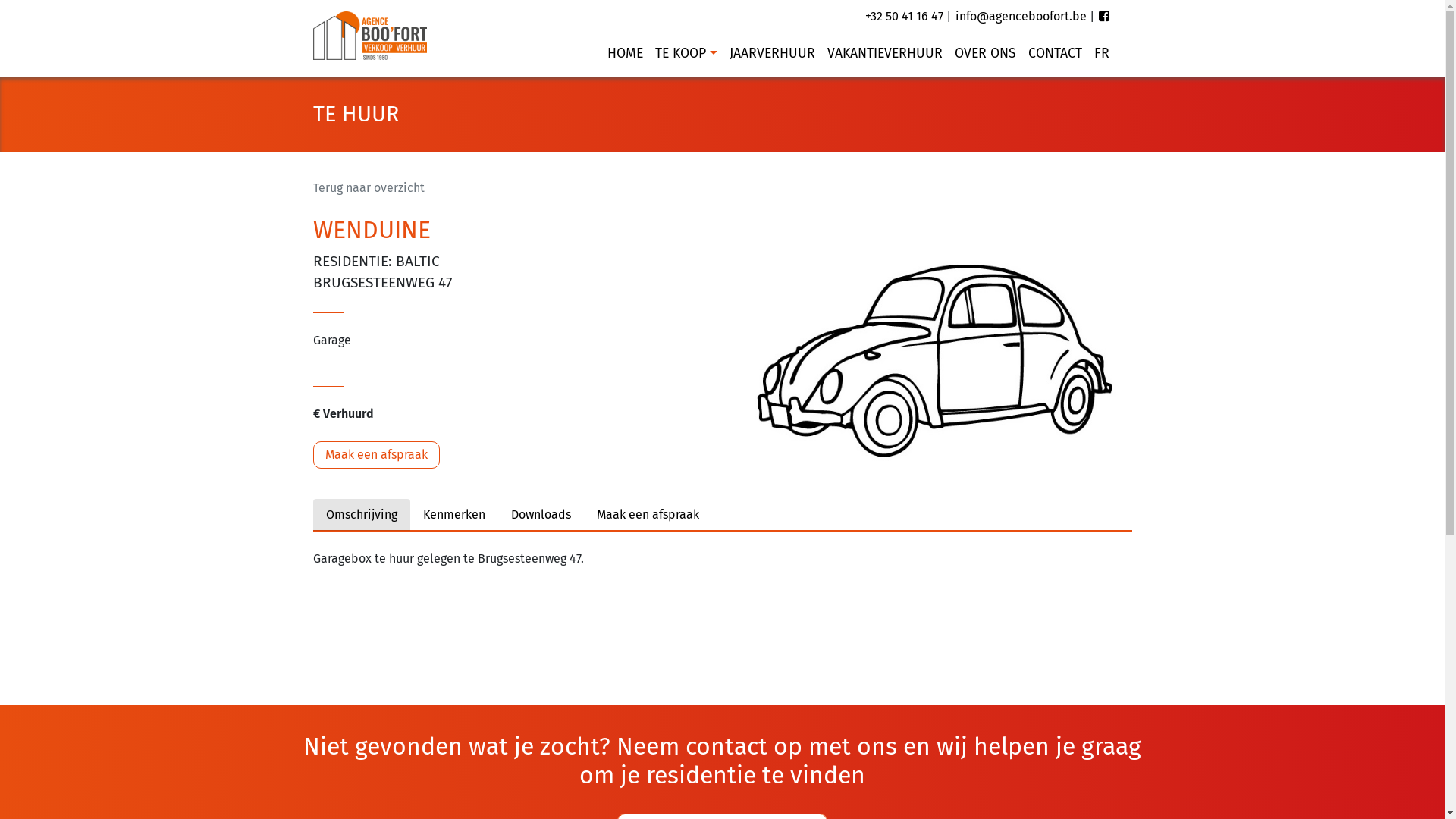 The height and width of the screenshot is (819, 1456). I want to click on 'TE KOOP', so click(685, 52).